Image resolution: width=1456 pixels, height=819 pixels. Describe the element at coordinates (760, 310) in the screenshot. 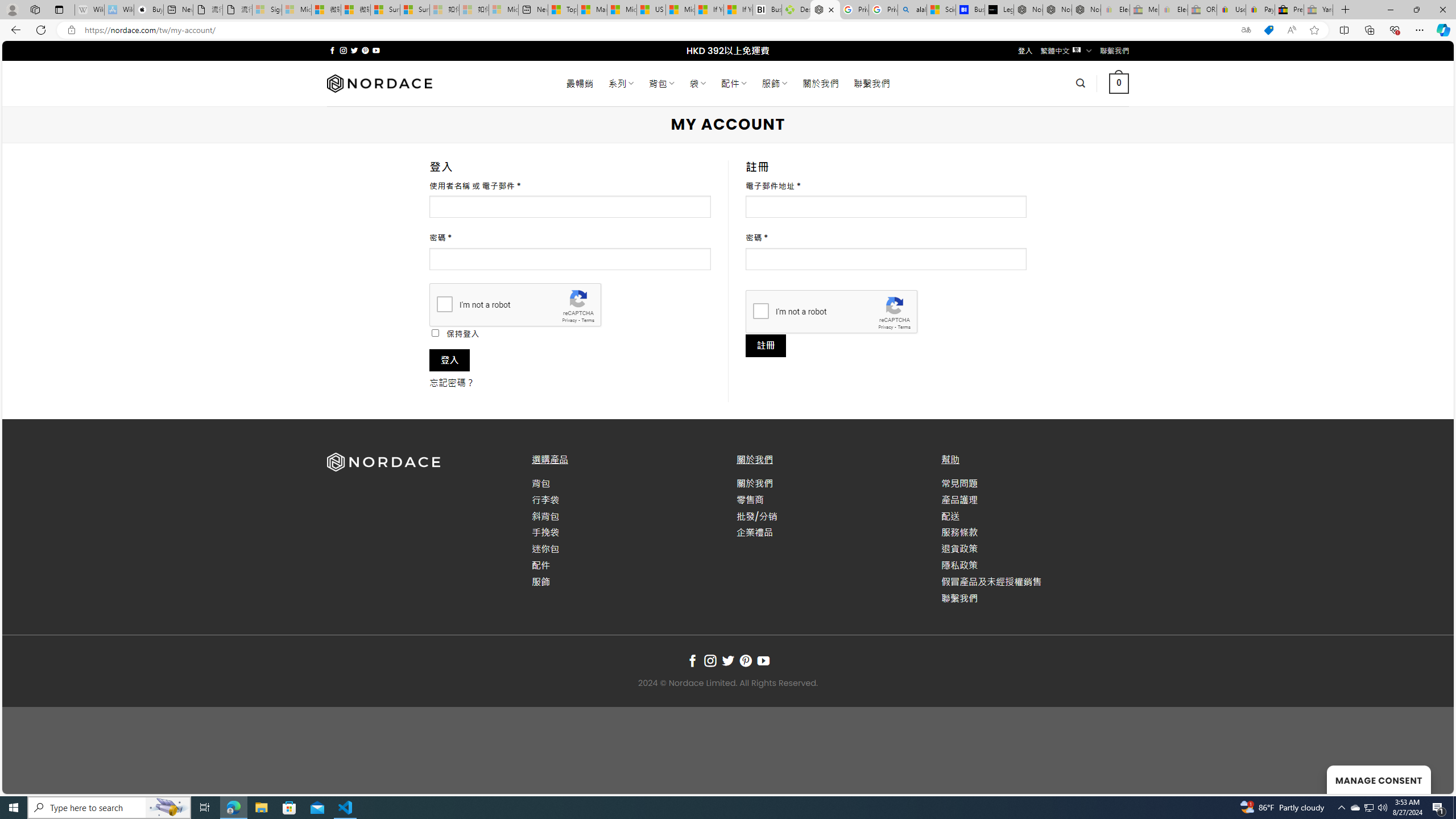

I see `'I'` at that location.